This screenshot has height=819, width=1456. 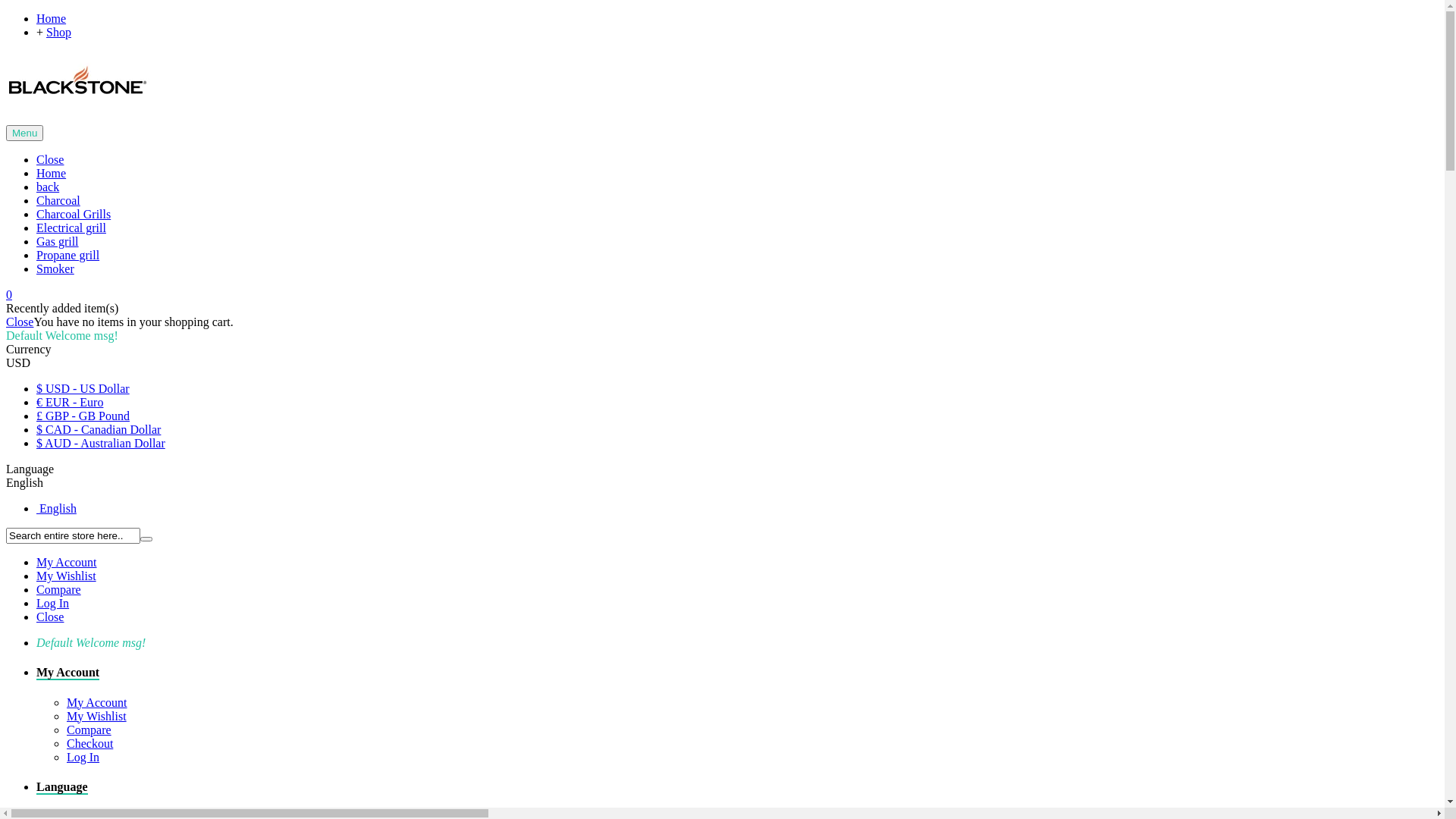 What do you see at coordinates (36, 214) in the screenshot?
I see `'Charcoal Grills'` at bounding box center [36, 214].